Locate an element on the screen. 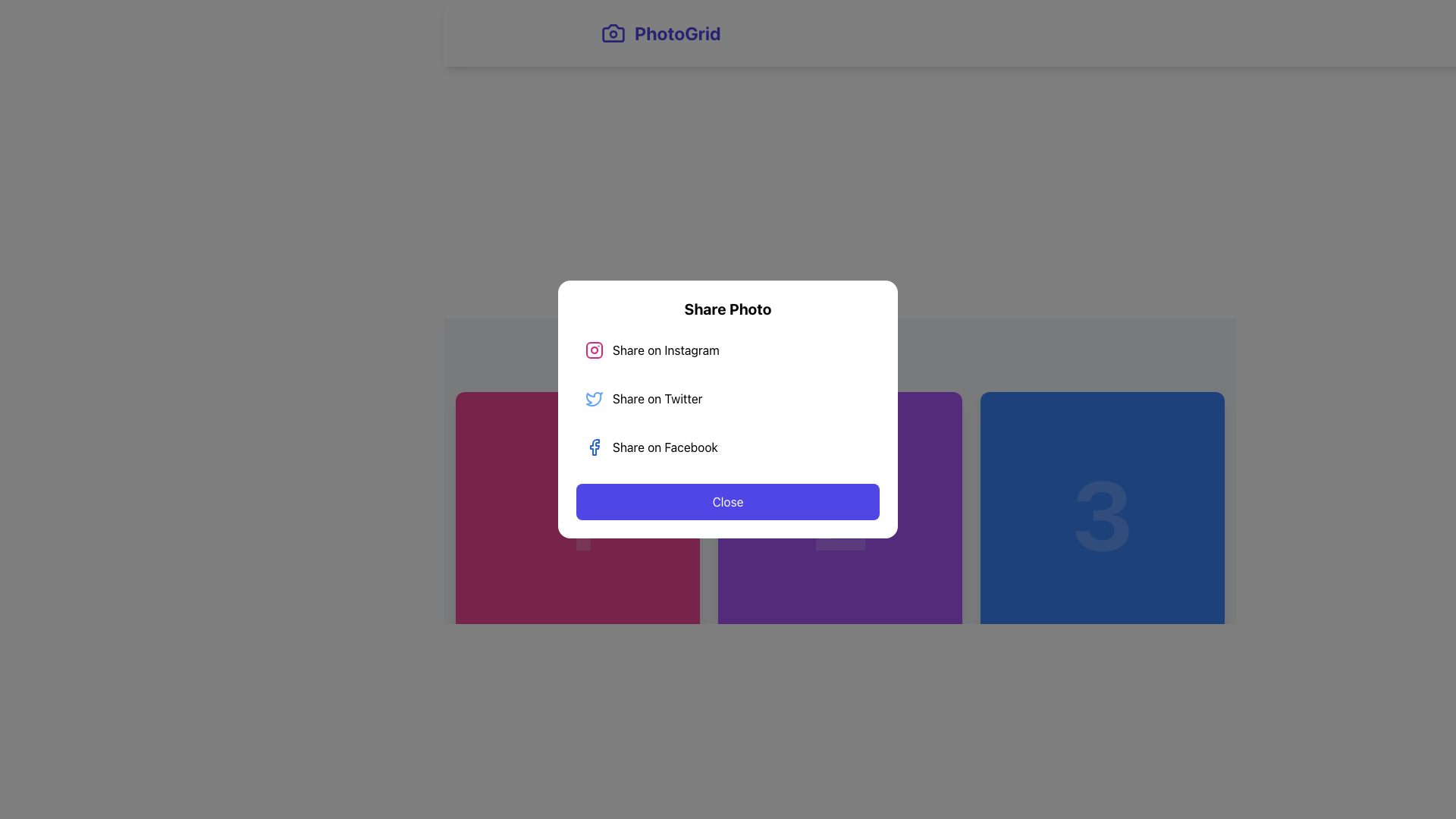  the blue Facebook icon, which is the third icon in a vertical list of share options within a modal window, located to the left of the 'Share on Facebook' text is located at coordinates (593, 447).